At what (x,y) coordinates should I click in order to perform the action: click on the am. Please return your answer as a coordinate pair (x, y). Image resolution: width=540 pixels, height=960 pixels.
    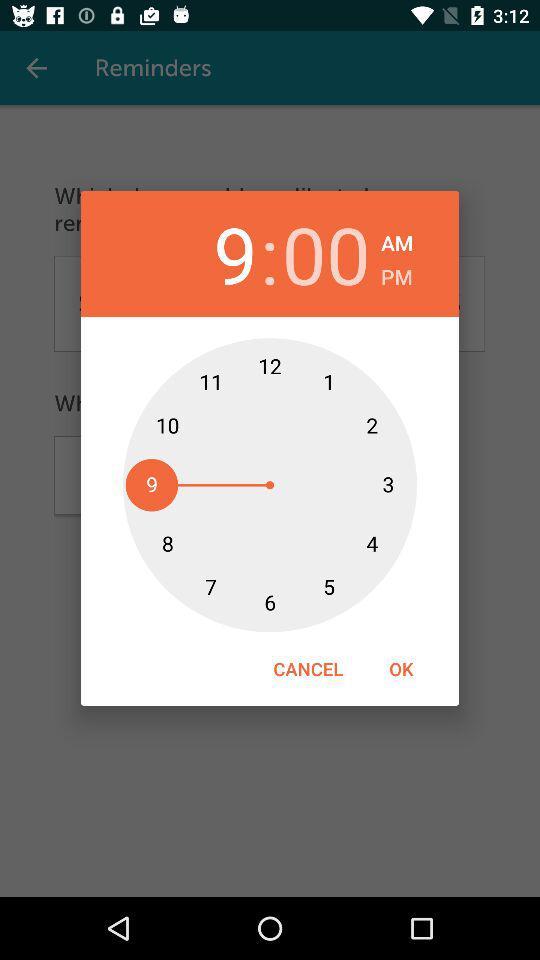
    Looking at the image, I should click on (397, 240).